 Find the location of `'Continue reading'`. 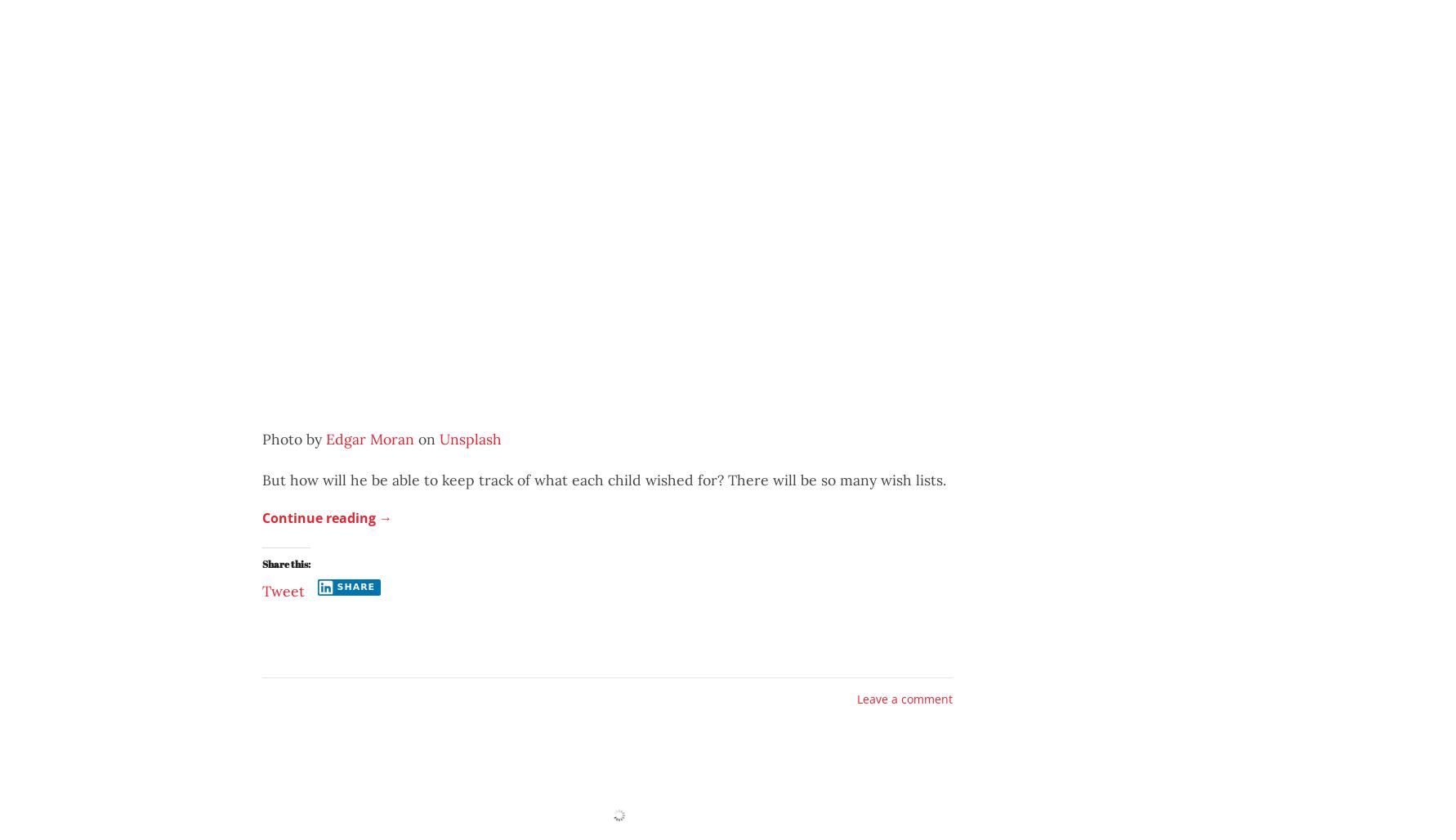

'Continue reading' is located at coordinates (261, 516).